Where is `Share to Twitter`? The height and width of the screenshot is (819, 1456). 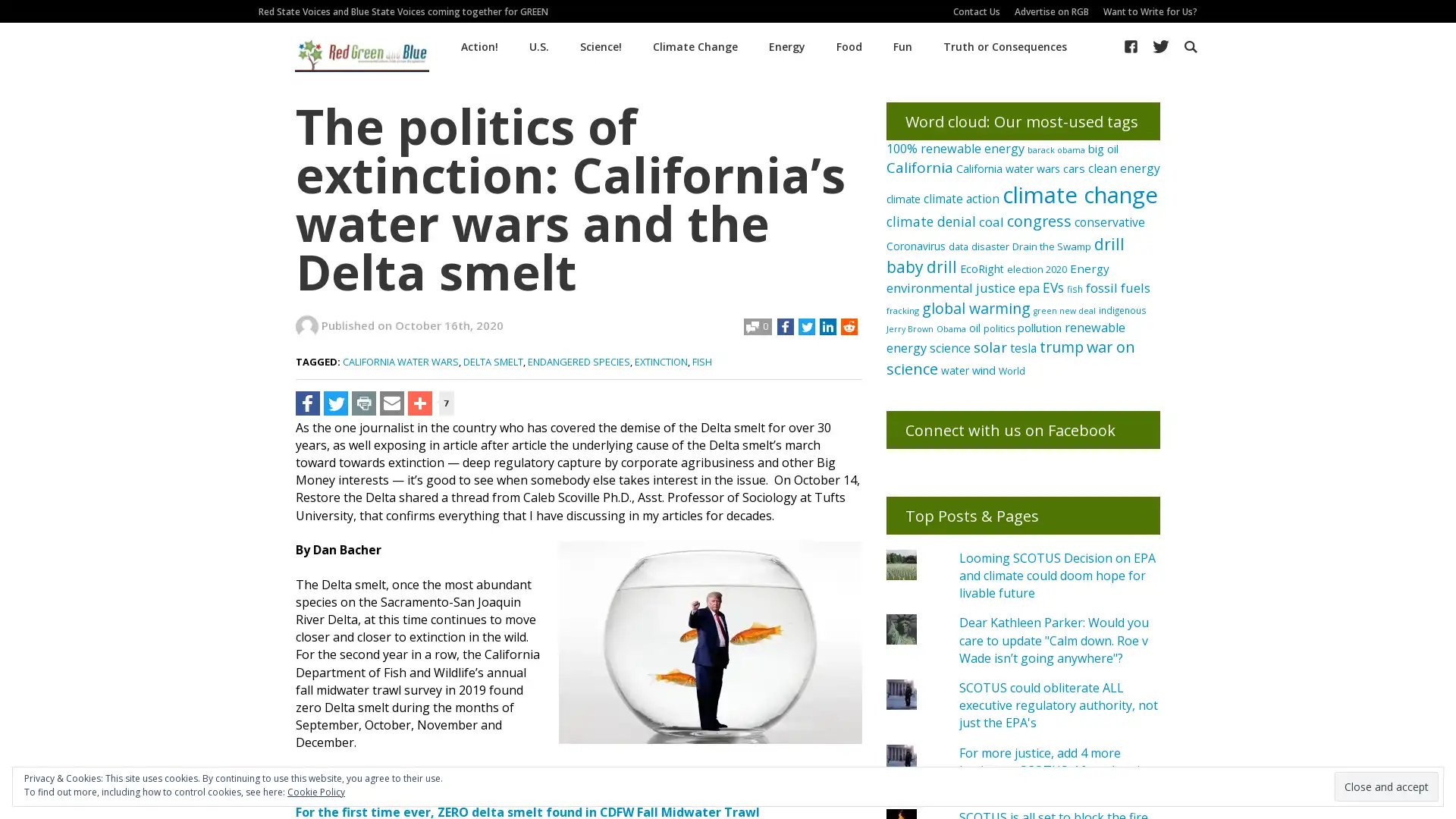 Share to Twitter is located at coordinates (334, 402).